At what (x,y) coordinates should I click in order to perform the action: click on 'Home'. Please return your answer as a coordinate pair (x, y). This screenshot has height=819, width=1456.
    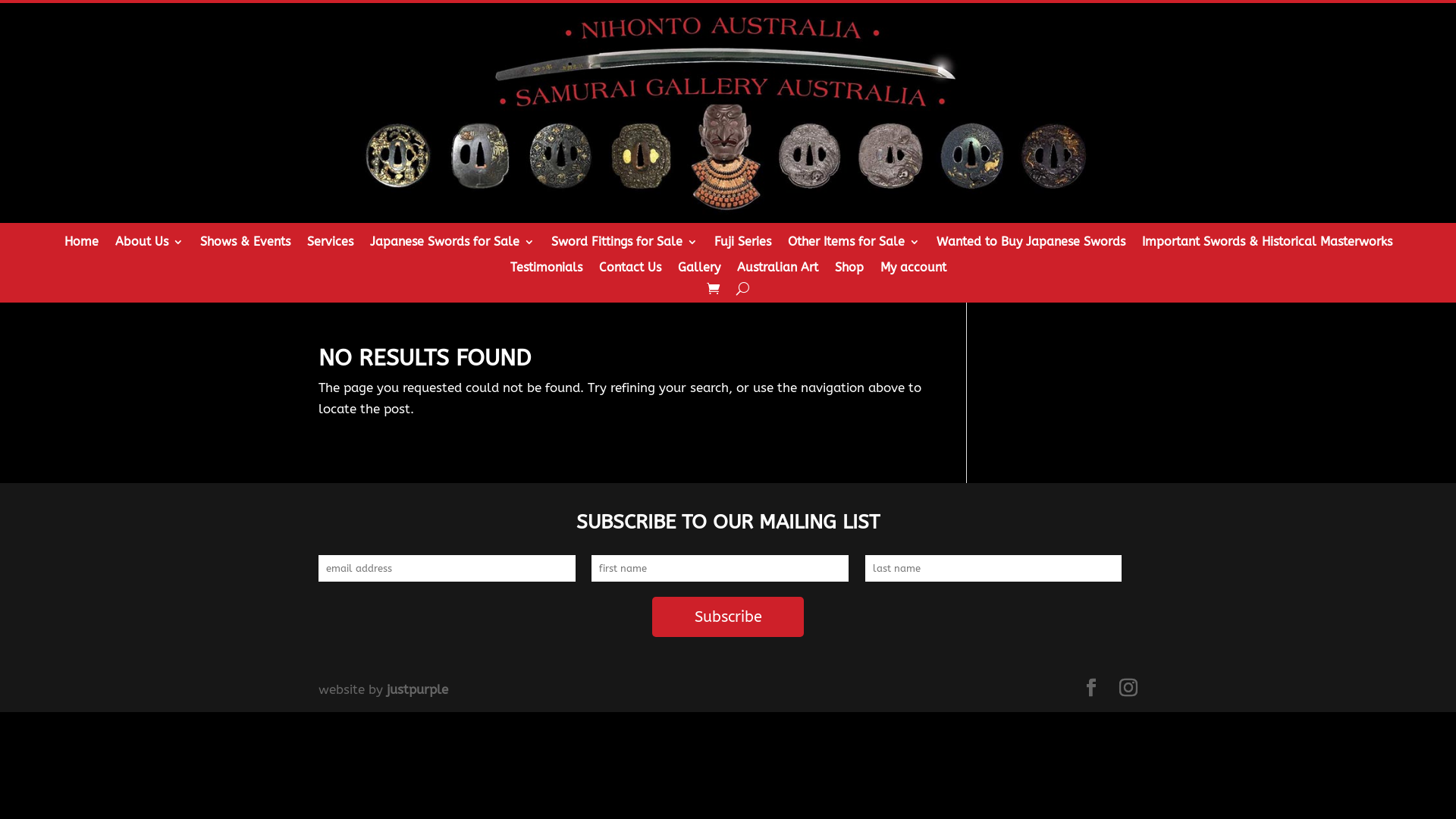
    Looking at the image, I should click on (80, 245).